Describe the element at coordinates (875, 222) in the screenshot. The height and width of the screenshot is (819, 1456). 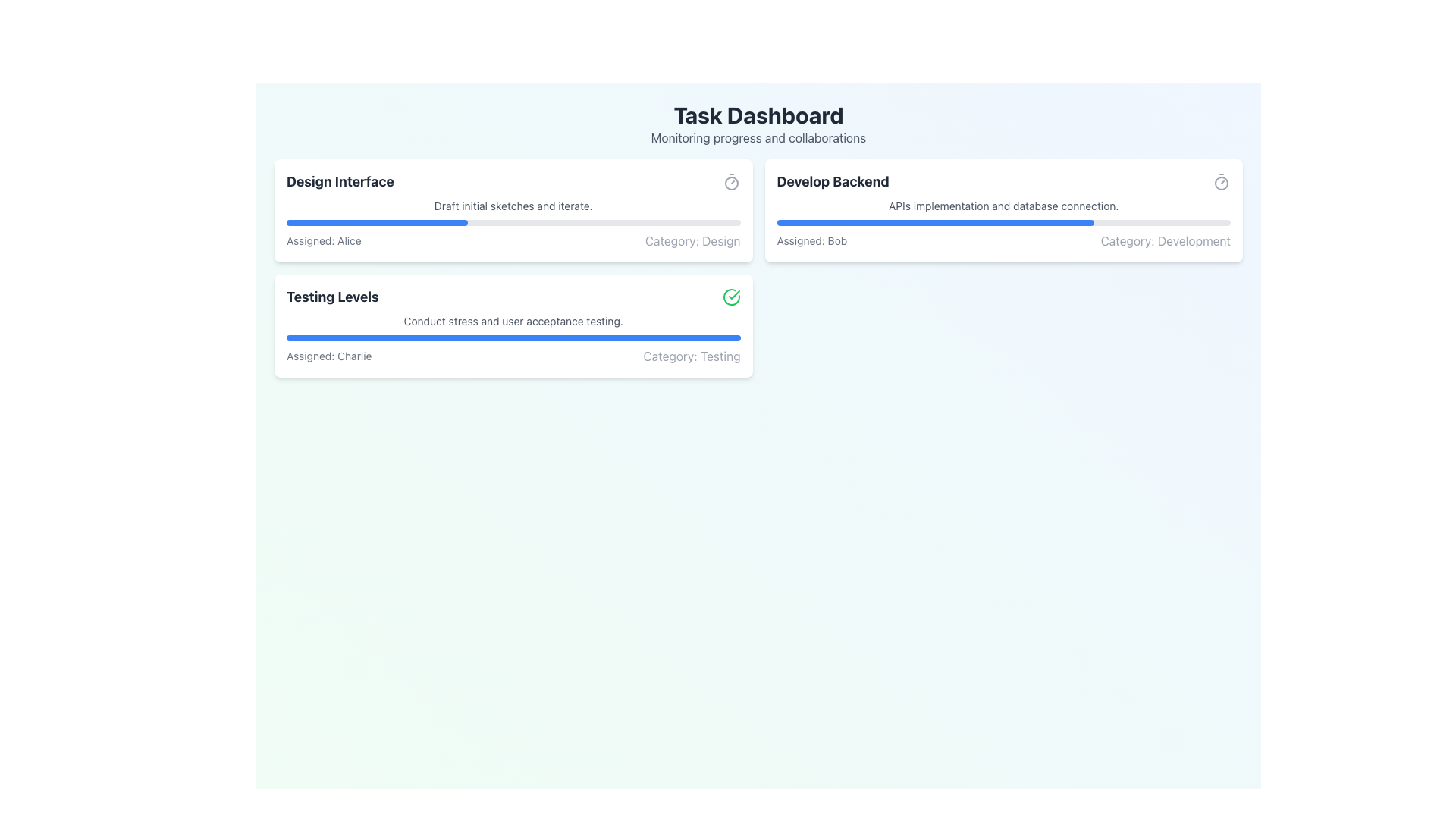
I see `the progress bar value` at that location.